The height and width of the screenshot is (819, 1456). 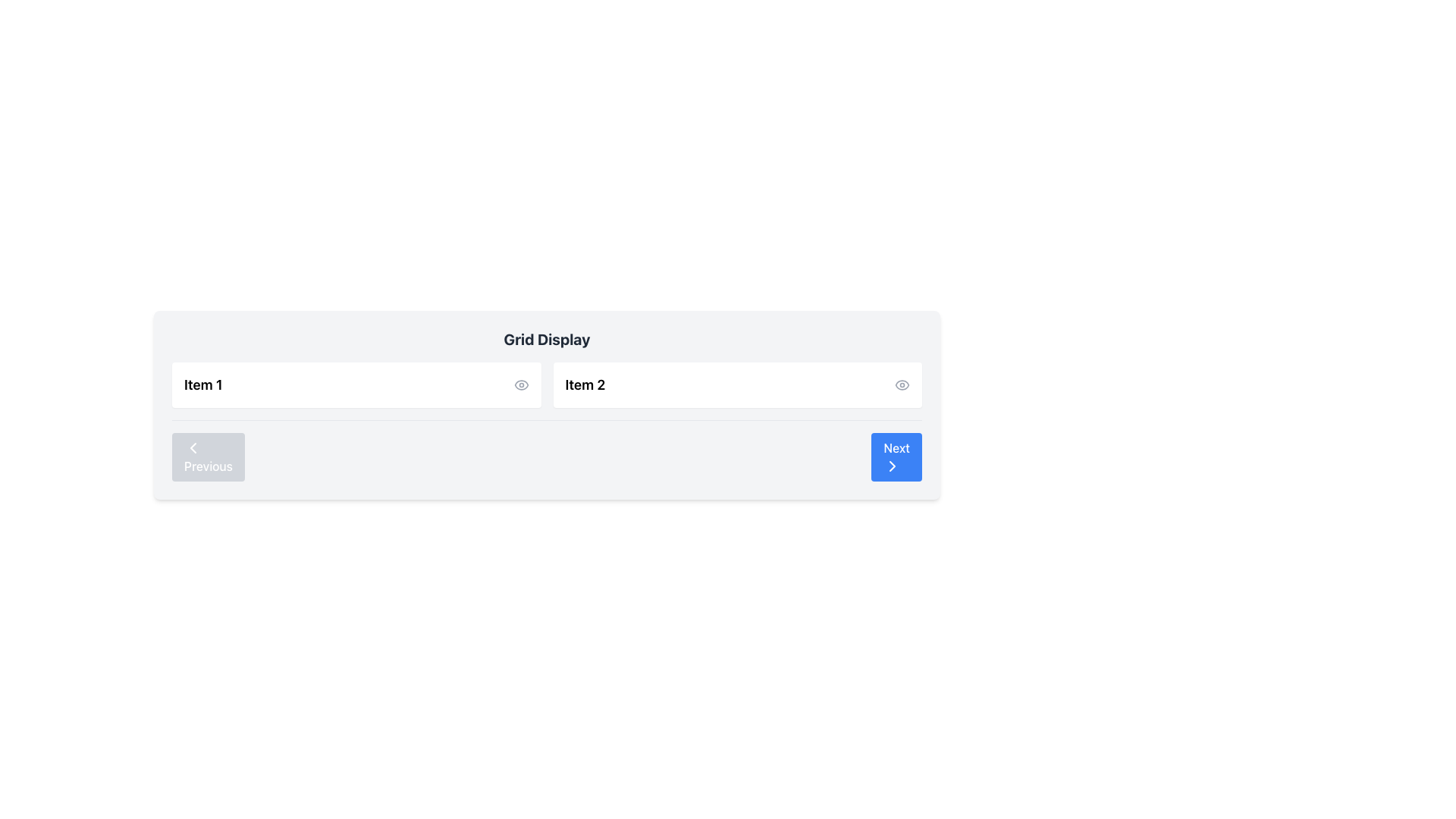 I want to click on the 'Previous' navigation button located in the bottom-left corner of the navigation footer, so click(x=207, y=456).